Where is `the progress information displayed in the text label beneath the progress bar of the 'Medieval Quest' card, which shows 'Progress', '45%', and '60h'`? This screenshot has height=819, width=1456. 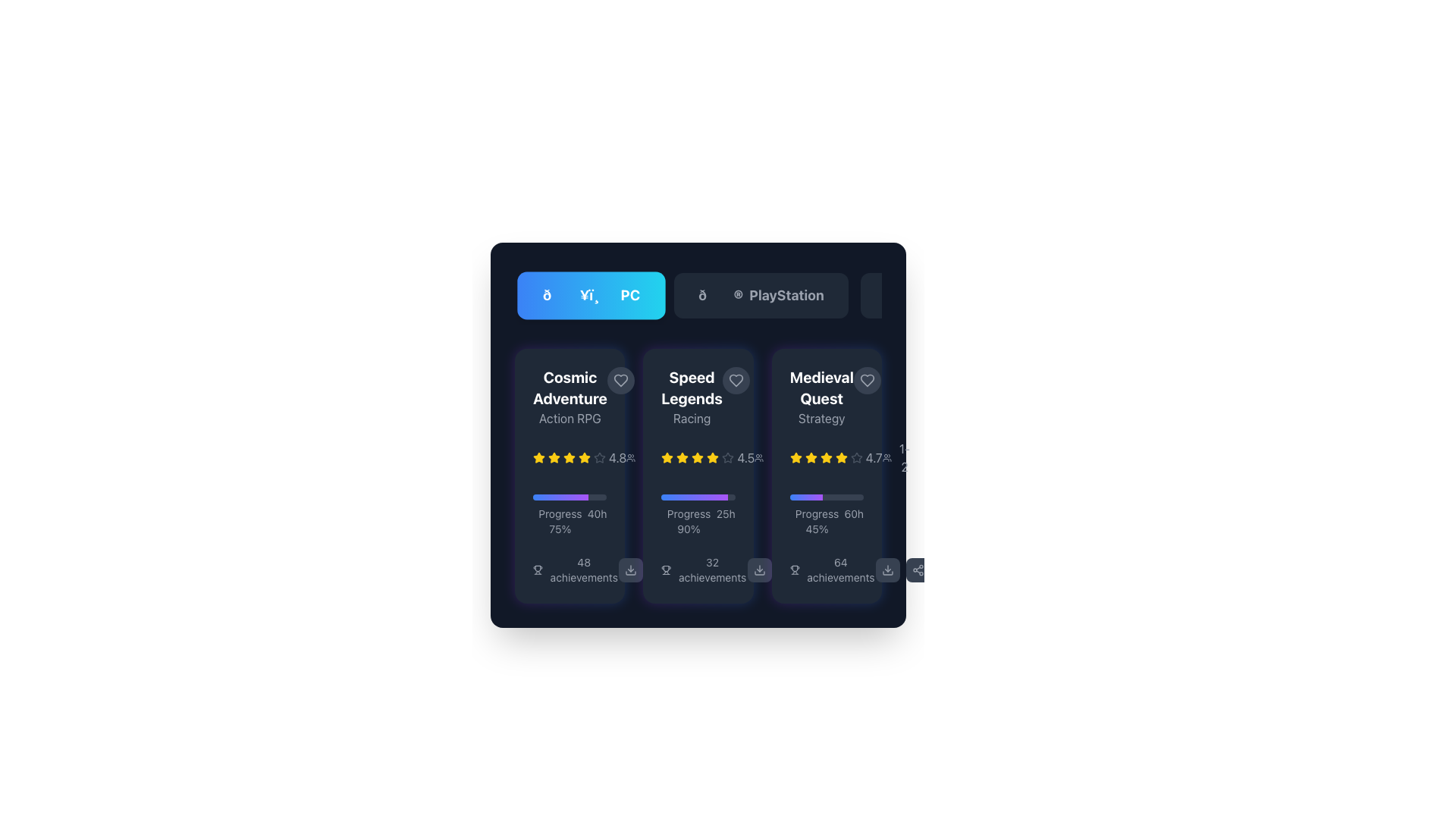
the progress information displayed in the text label beneath the progress bar of the 'Medieval Quest' card, which shows 'Progress', '45%', and '60h' is located at coordinates (826, 514).